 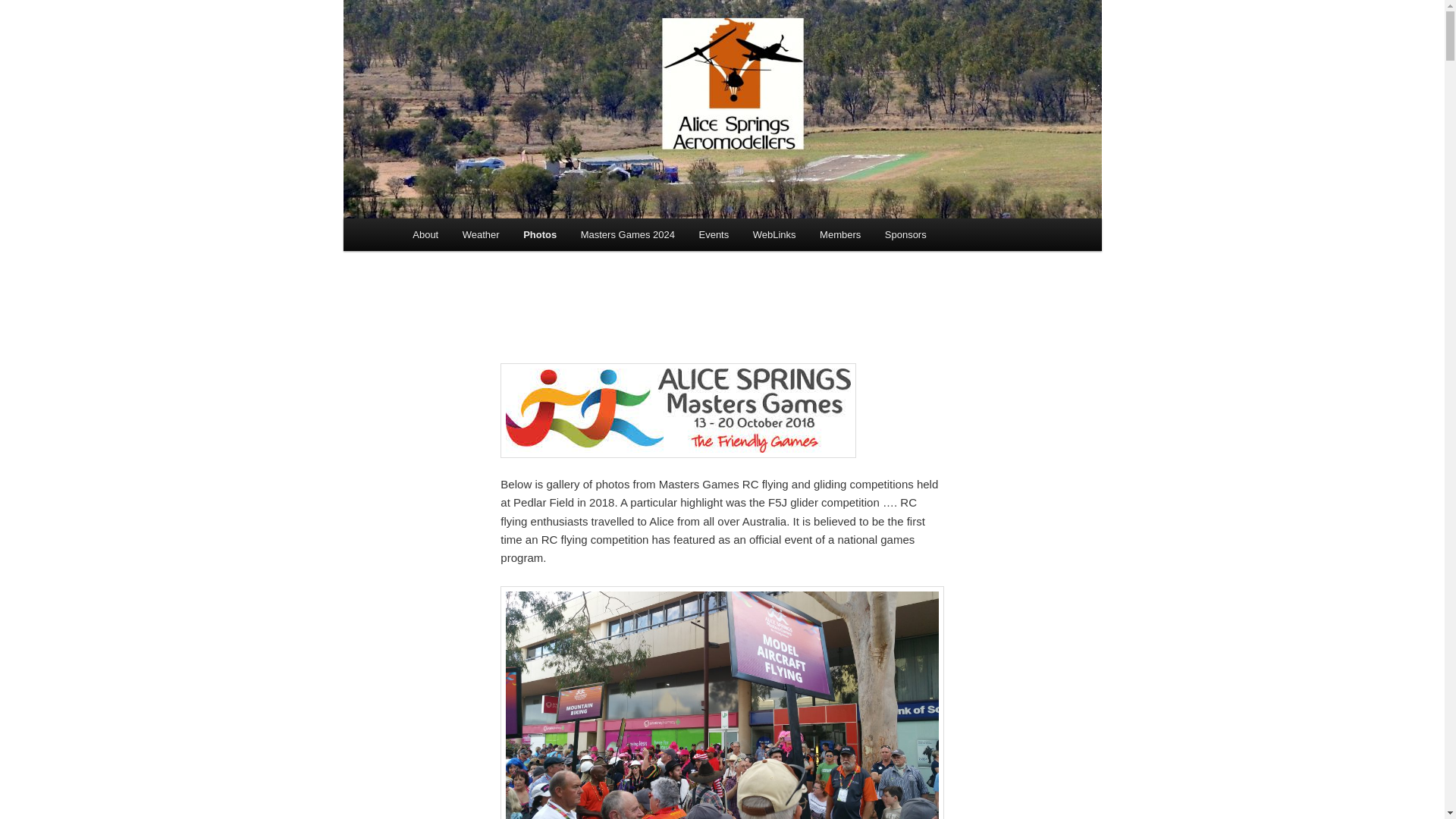 I want to click on 'Photos', so click(x=539, y=234).